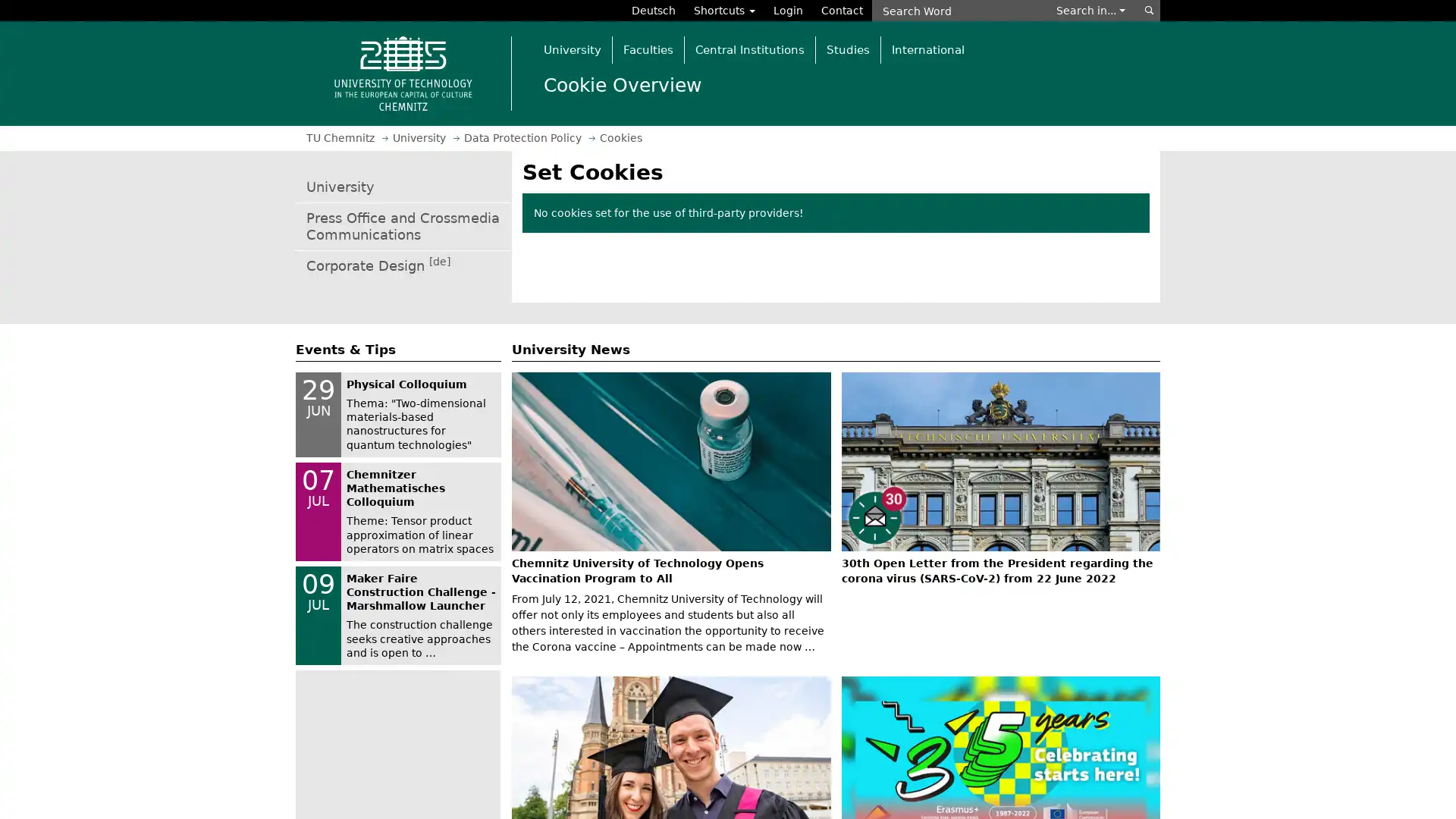 The height and width of the screenshot is (819, 1456). I want to click on Central Institutions, so click(749, 49).